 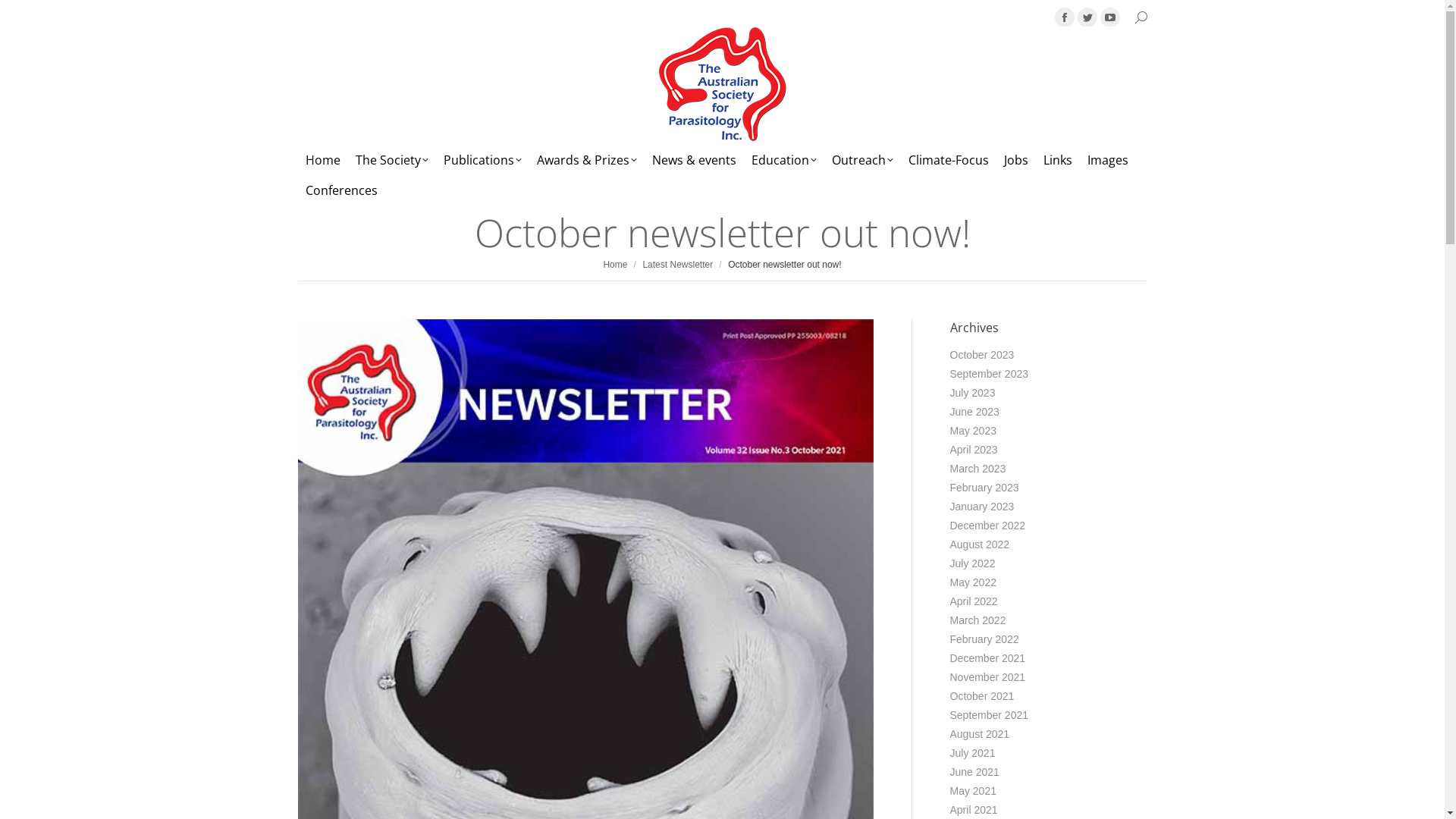 I want to click on 'July 2023', so click(x=971, y=391).